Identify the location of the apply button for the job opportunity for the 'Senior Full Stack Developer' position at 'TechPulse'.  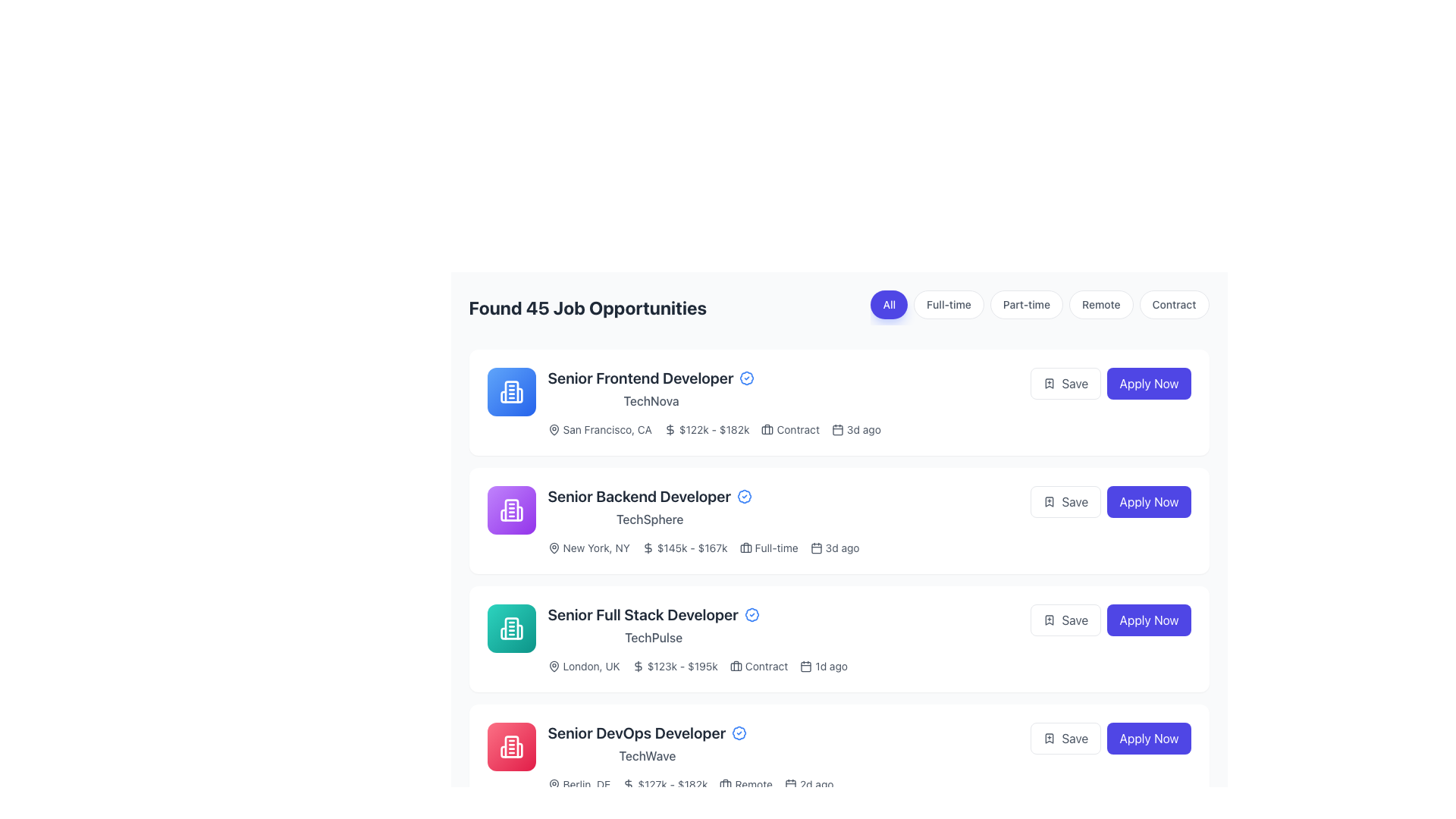
(1110, 620).